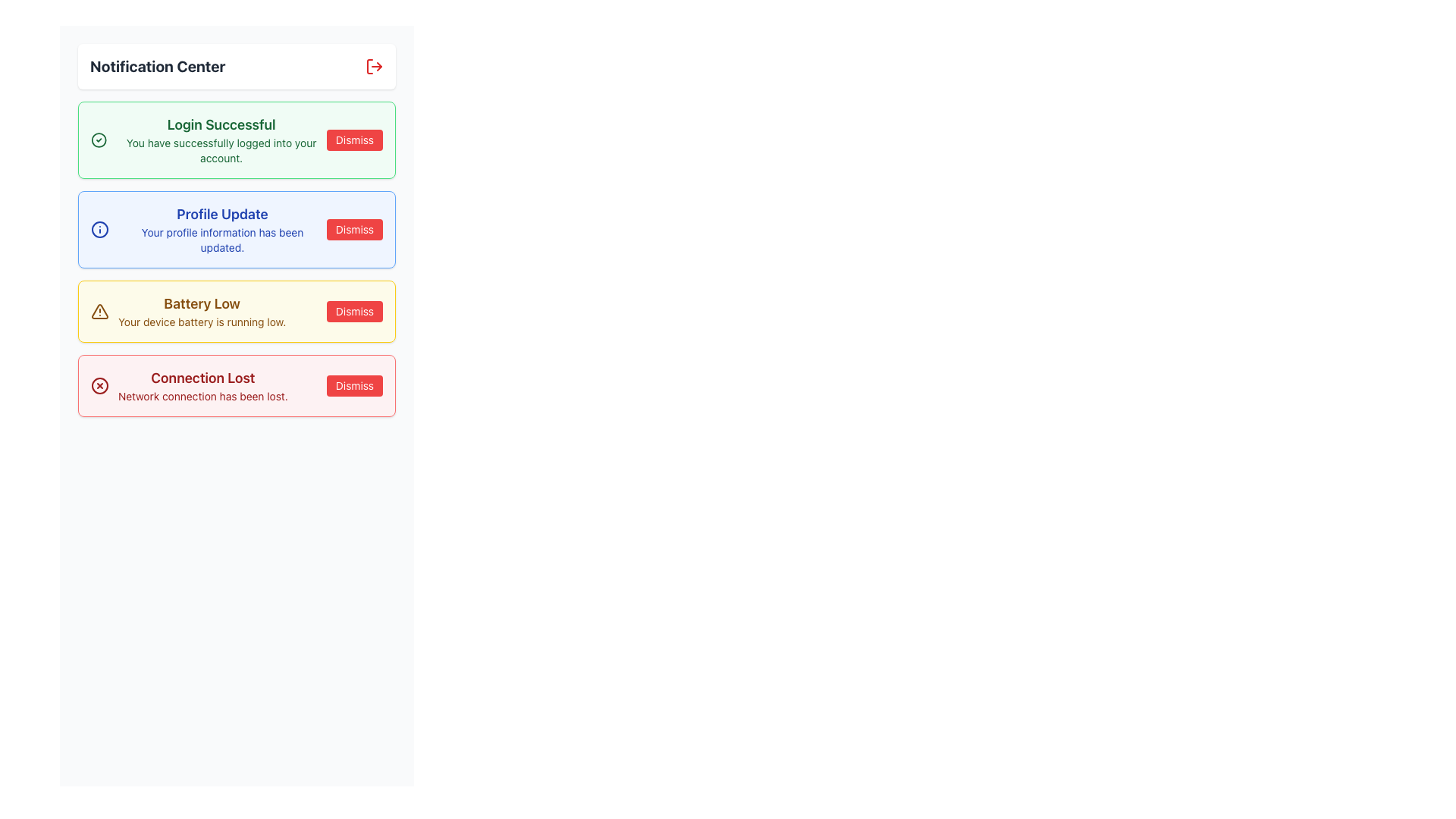  I want to click on the triangular warning icon with a bold border and an exclamation point, which indicates a 'Battery Low' notification, so click(99, 310).